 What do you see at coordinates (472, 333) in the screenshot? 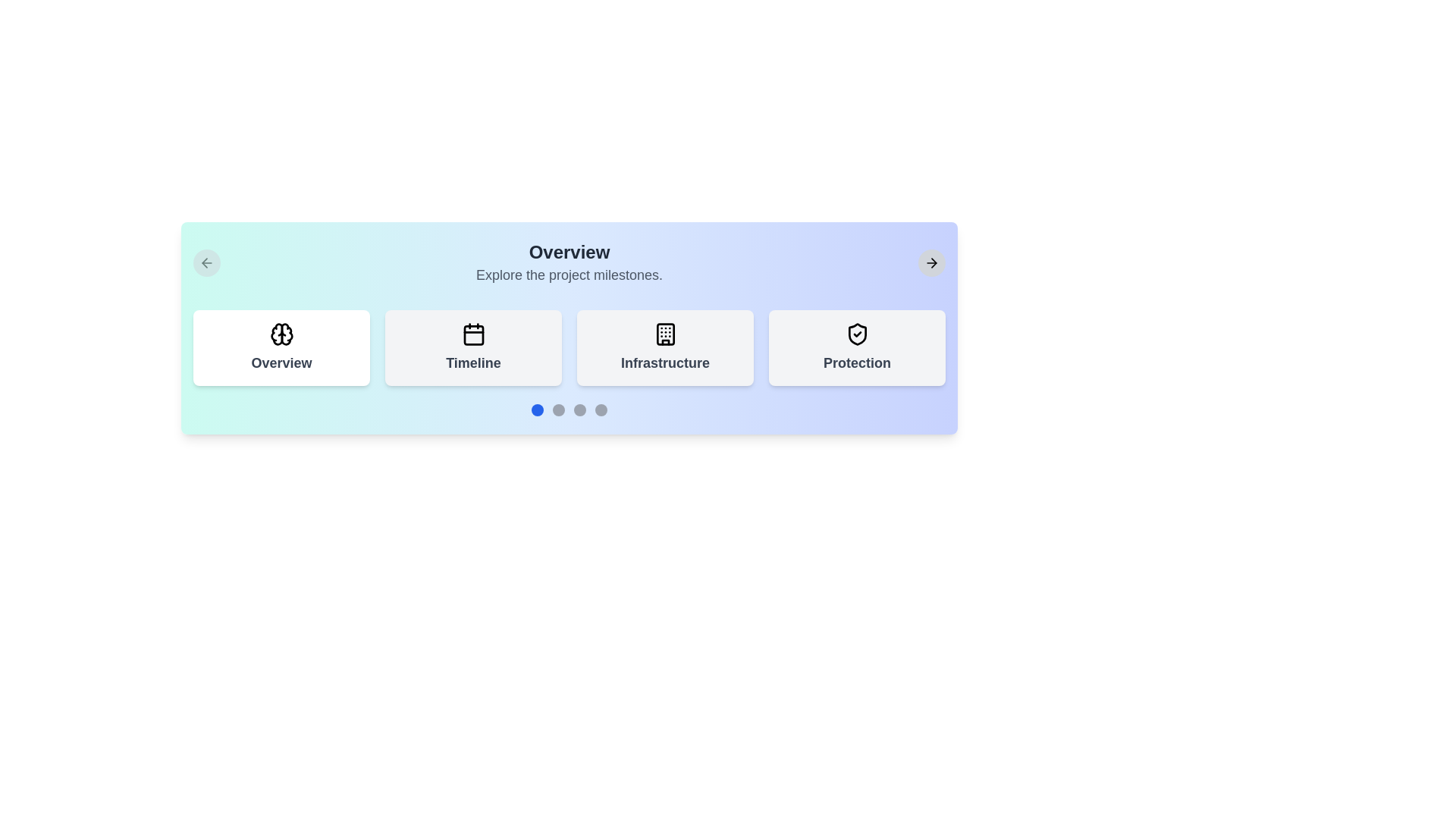
I see `the calendar icon` at bounding box center [472, 333].